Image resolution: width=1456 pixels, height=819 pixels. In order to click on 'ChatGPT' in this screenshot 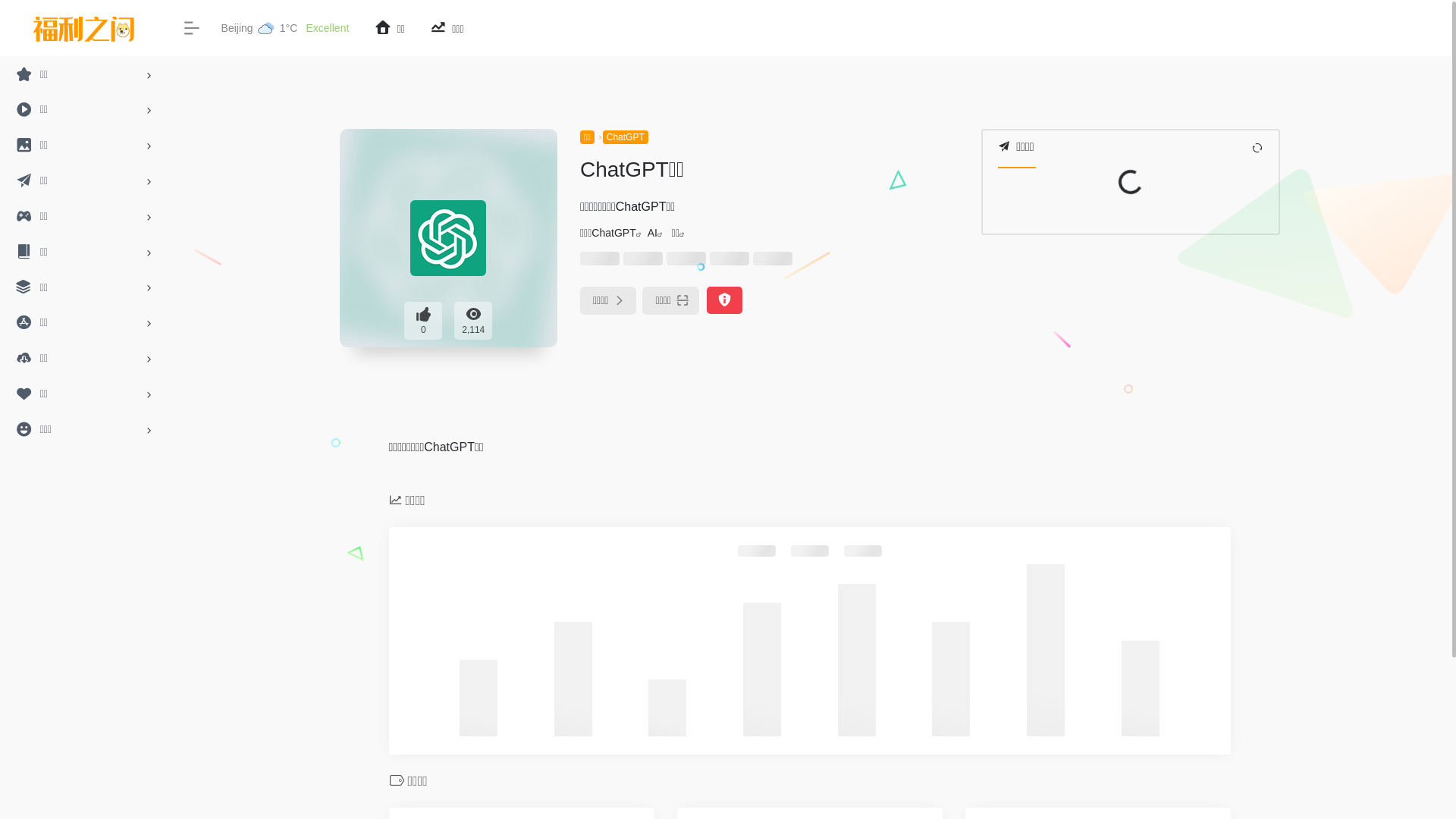, I will do `click(613, 233)`.